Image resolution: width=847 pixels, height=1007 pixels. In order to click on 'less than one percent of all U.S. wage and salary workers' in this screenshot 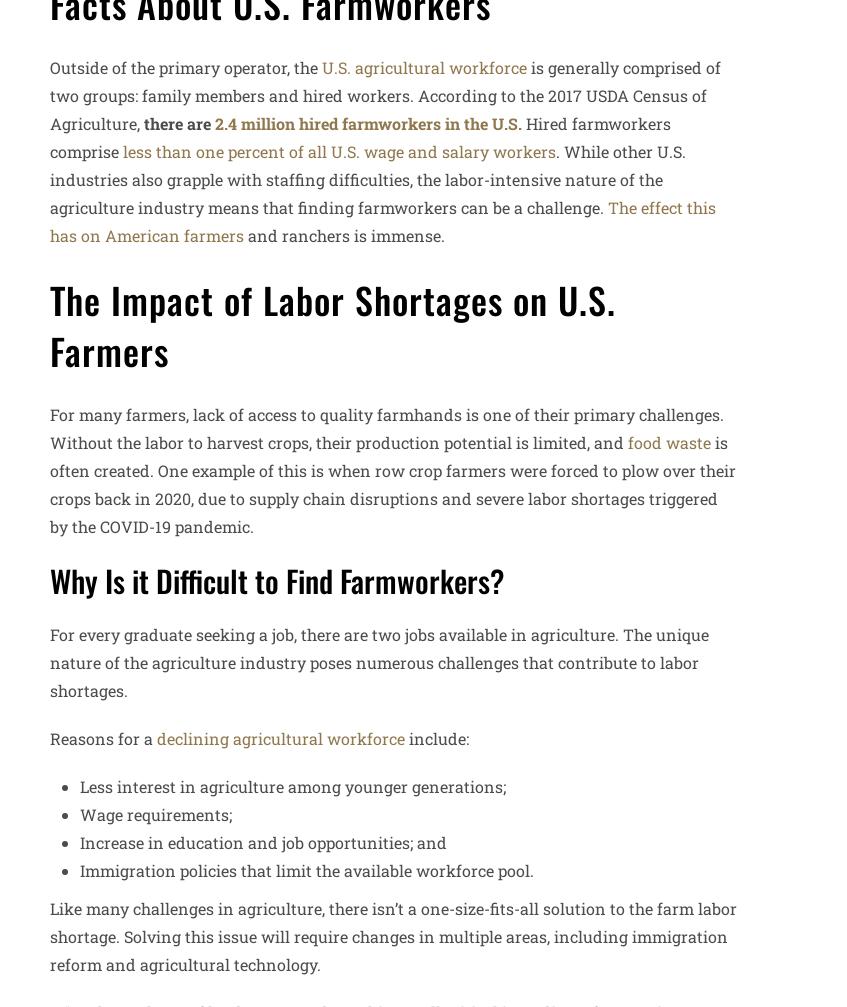, I will do `click(339, 151)`.